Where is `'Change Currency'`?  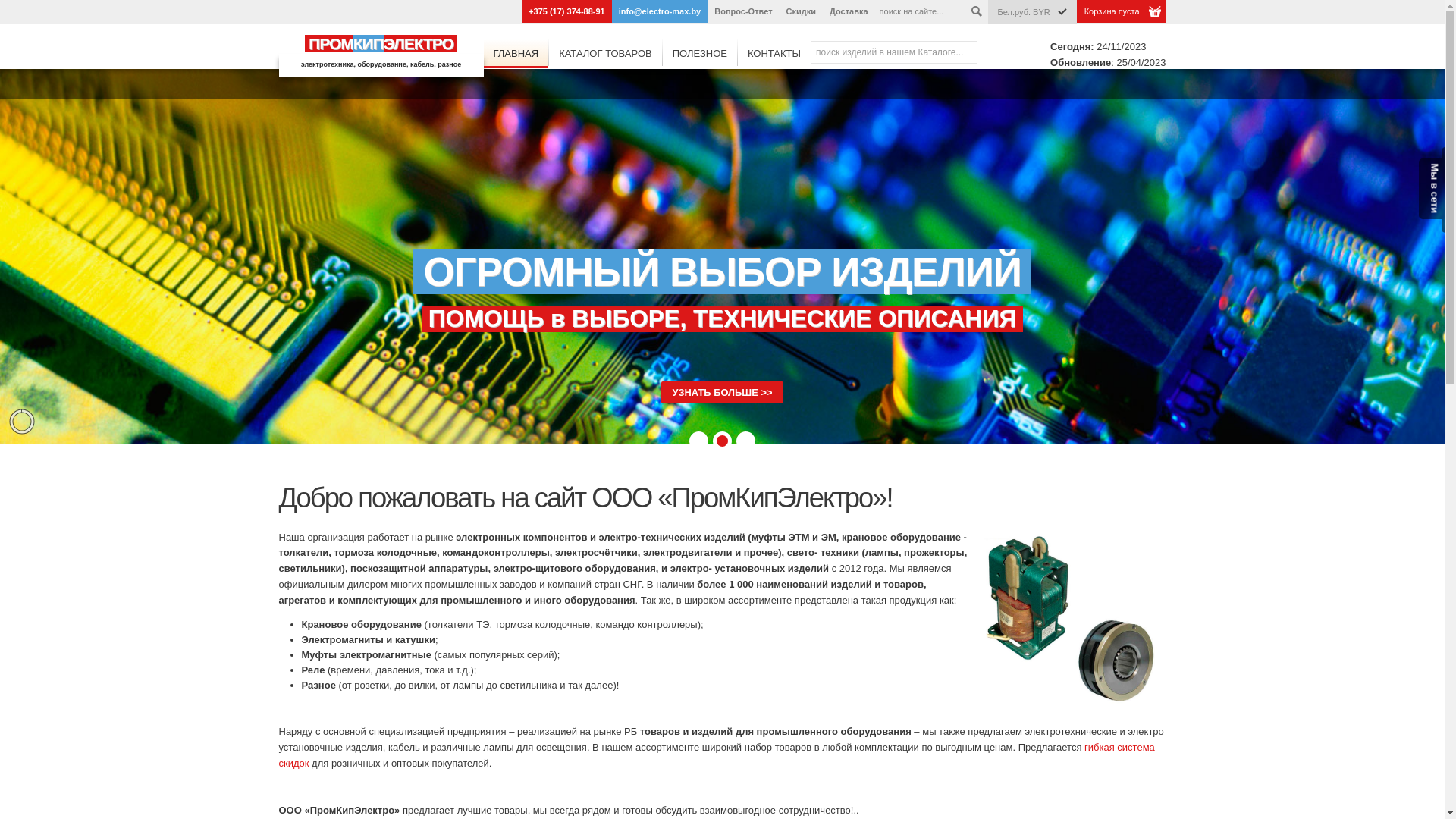
'Change Currency' is located at coordinates (1062, 11).